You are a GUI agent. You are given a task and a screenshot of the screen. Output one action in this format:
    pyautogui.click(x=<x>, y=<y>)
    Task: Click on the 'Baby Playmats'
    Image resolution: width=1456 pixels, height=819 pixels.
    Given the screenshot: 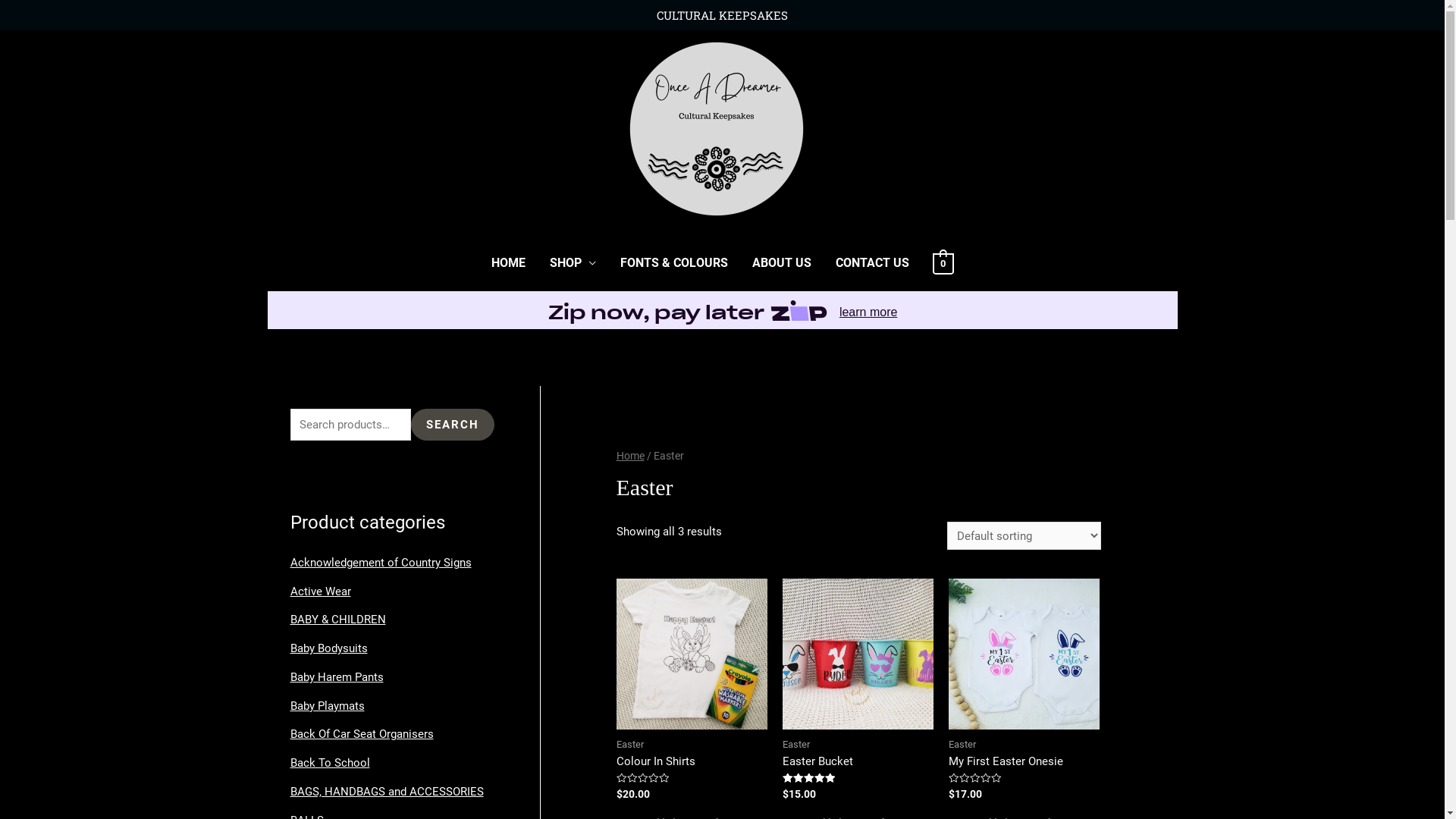 What is the action you would take?
    pyautogui.click(x=326, y=705)
    